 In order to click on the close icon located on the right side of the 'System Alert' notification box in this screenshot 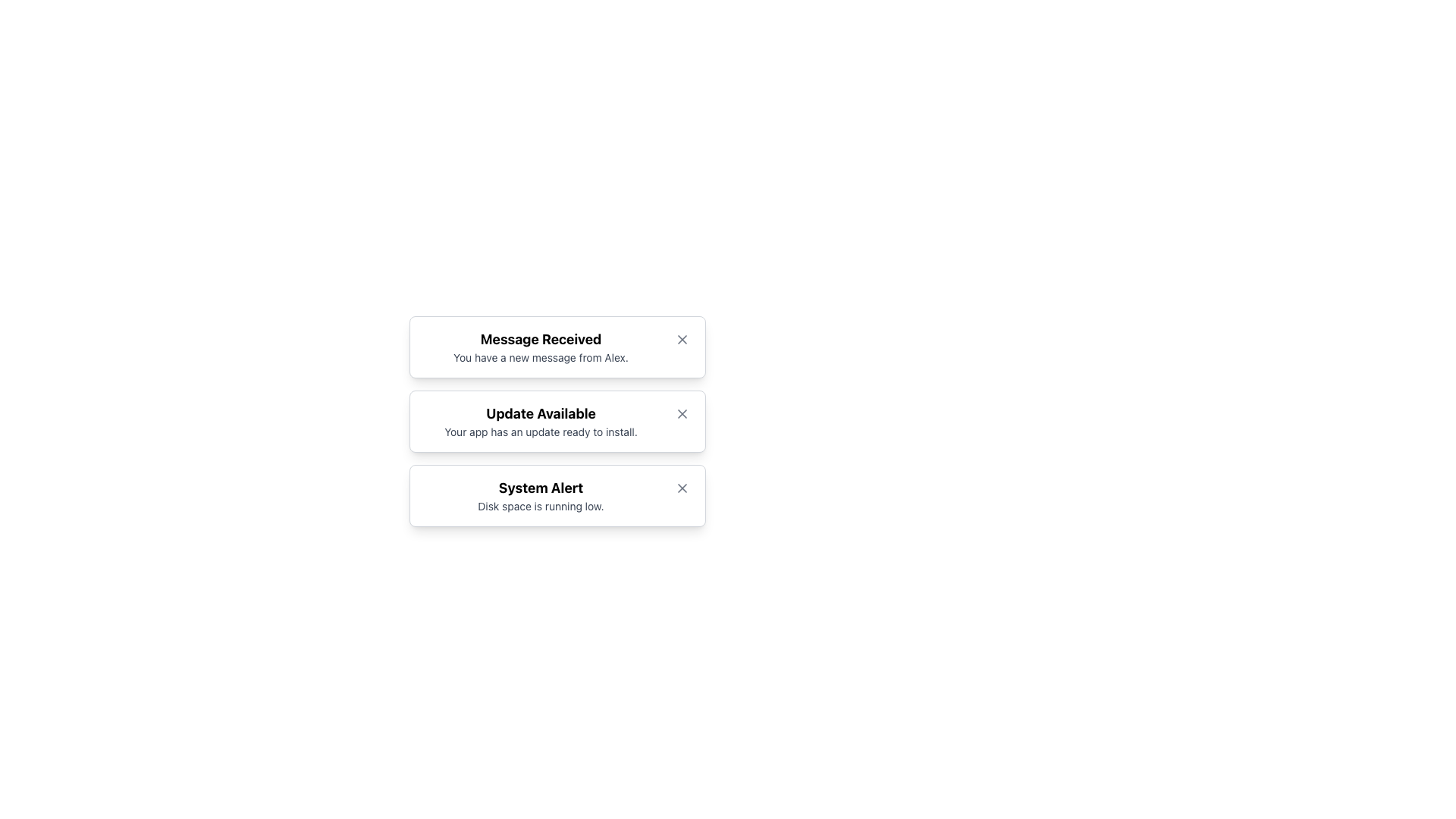, I will do `click(682, 488)`.